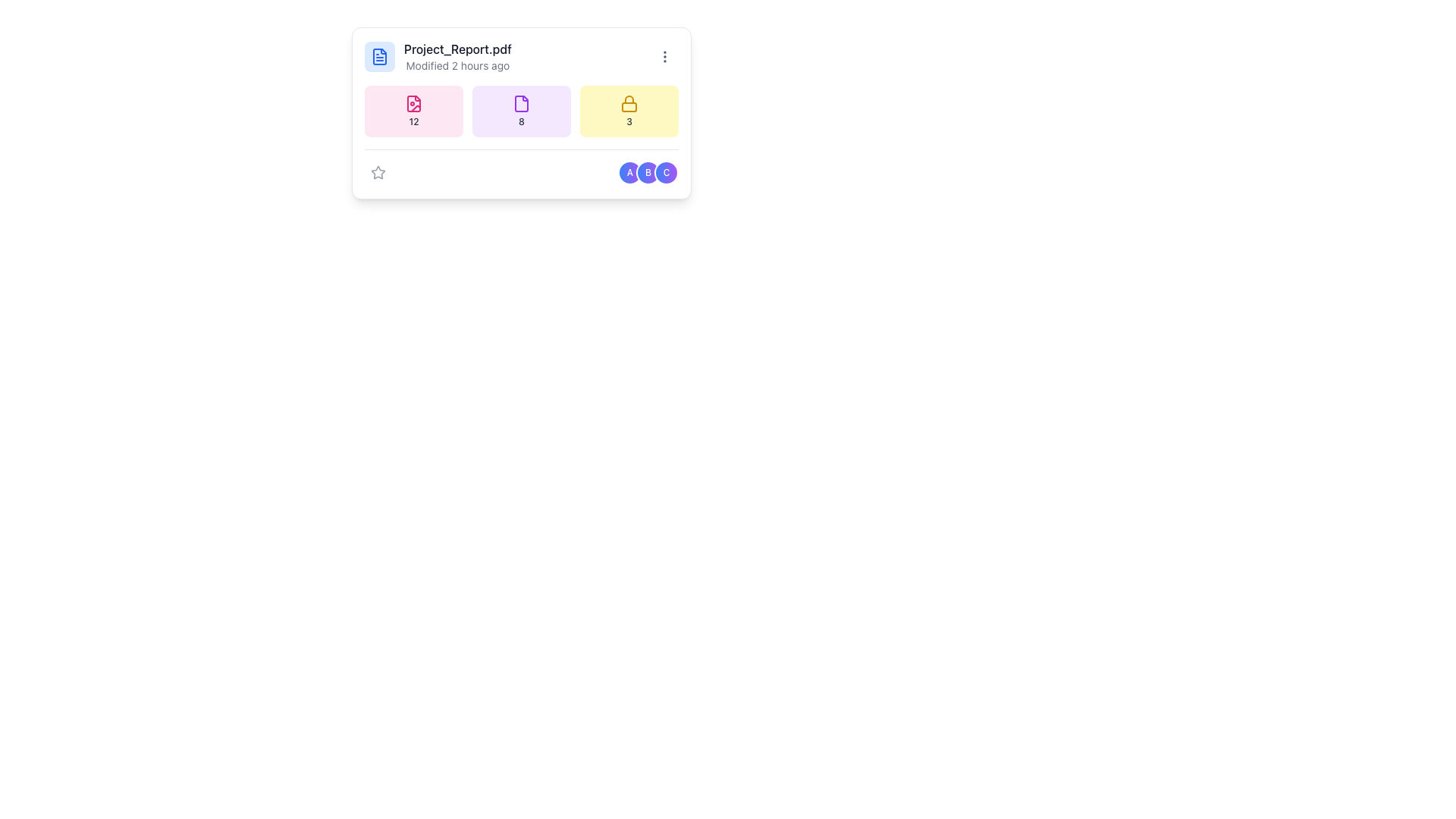 The height and width of the screenshot is (819, 1456). What do you see at coordinates (629, 171) in the screenshot?
I see `the leftmost avatar, which is a small circular element with a gradient background from blue to purple and a bold white uppercase 'A' at its center` at bounding box center [629, 171].